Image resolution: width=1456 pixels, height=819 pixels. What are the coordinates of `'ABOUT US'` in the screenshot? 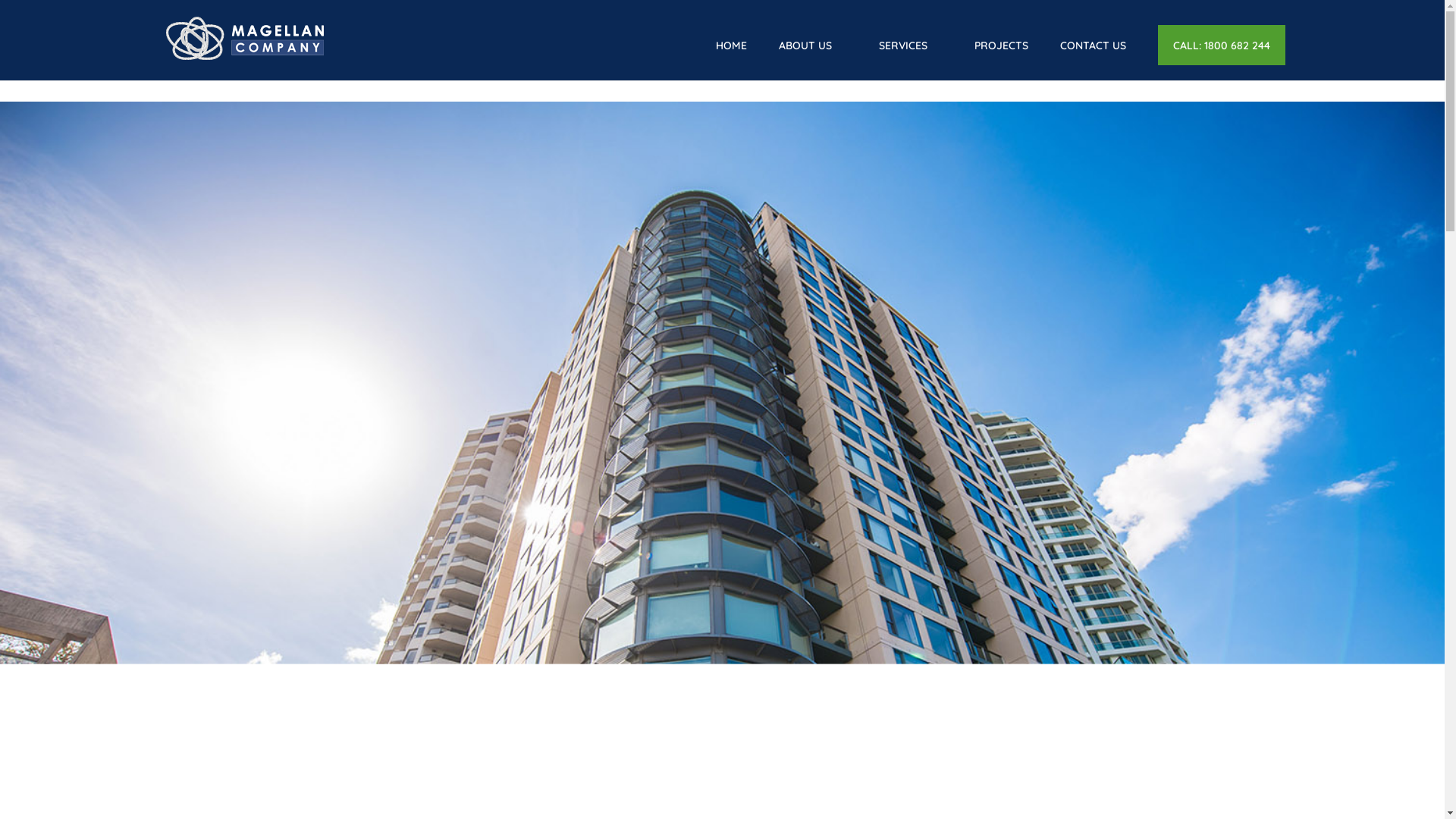 It's located at (779, 57).